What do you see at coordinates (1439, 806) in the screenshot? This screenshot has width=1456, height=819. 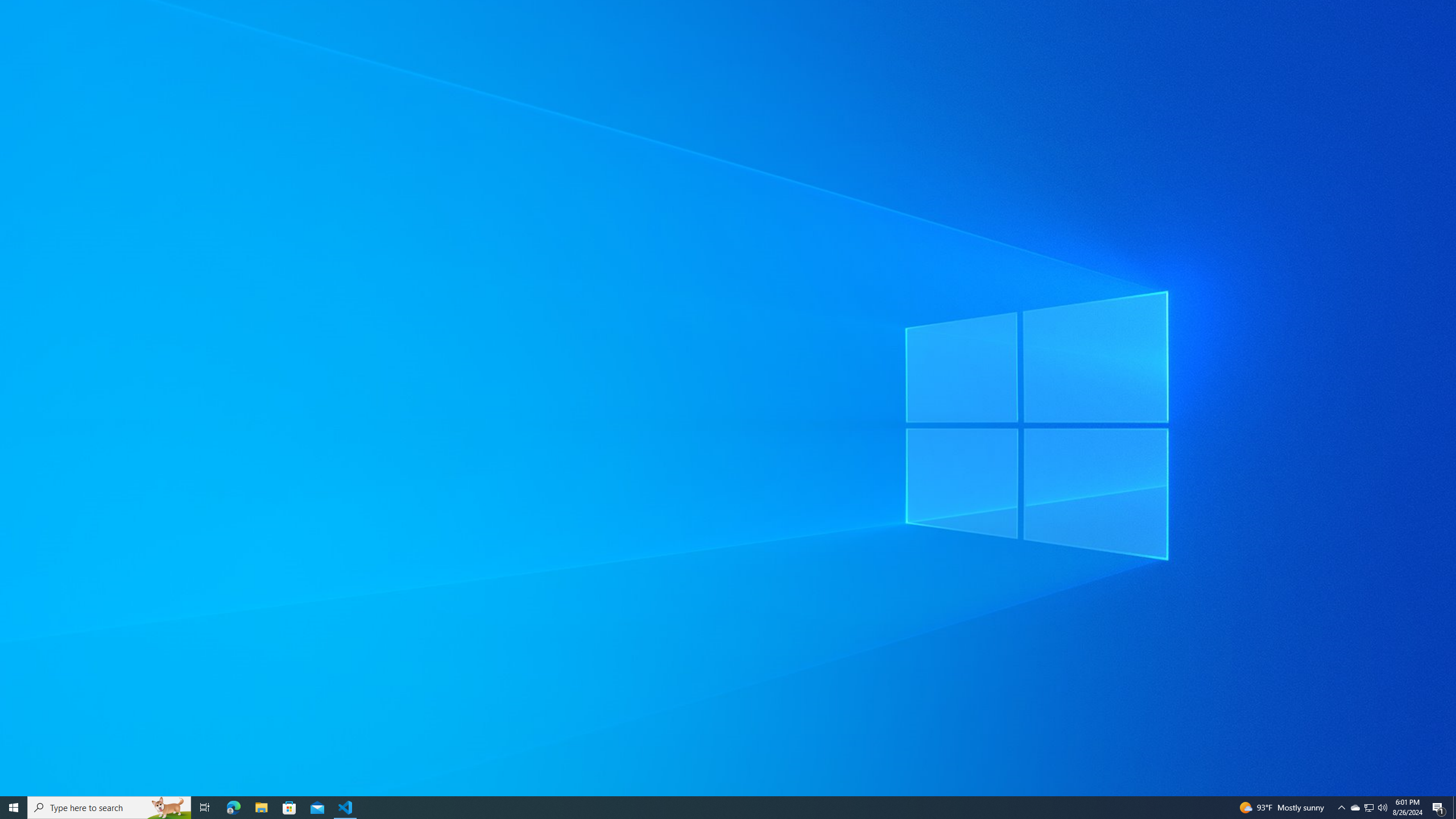 I see `'Action Center, 1 new notification'` at bounding box center [1439, 806].